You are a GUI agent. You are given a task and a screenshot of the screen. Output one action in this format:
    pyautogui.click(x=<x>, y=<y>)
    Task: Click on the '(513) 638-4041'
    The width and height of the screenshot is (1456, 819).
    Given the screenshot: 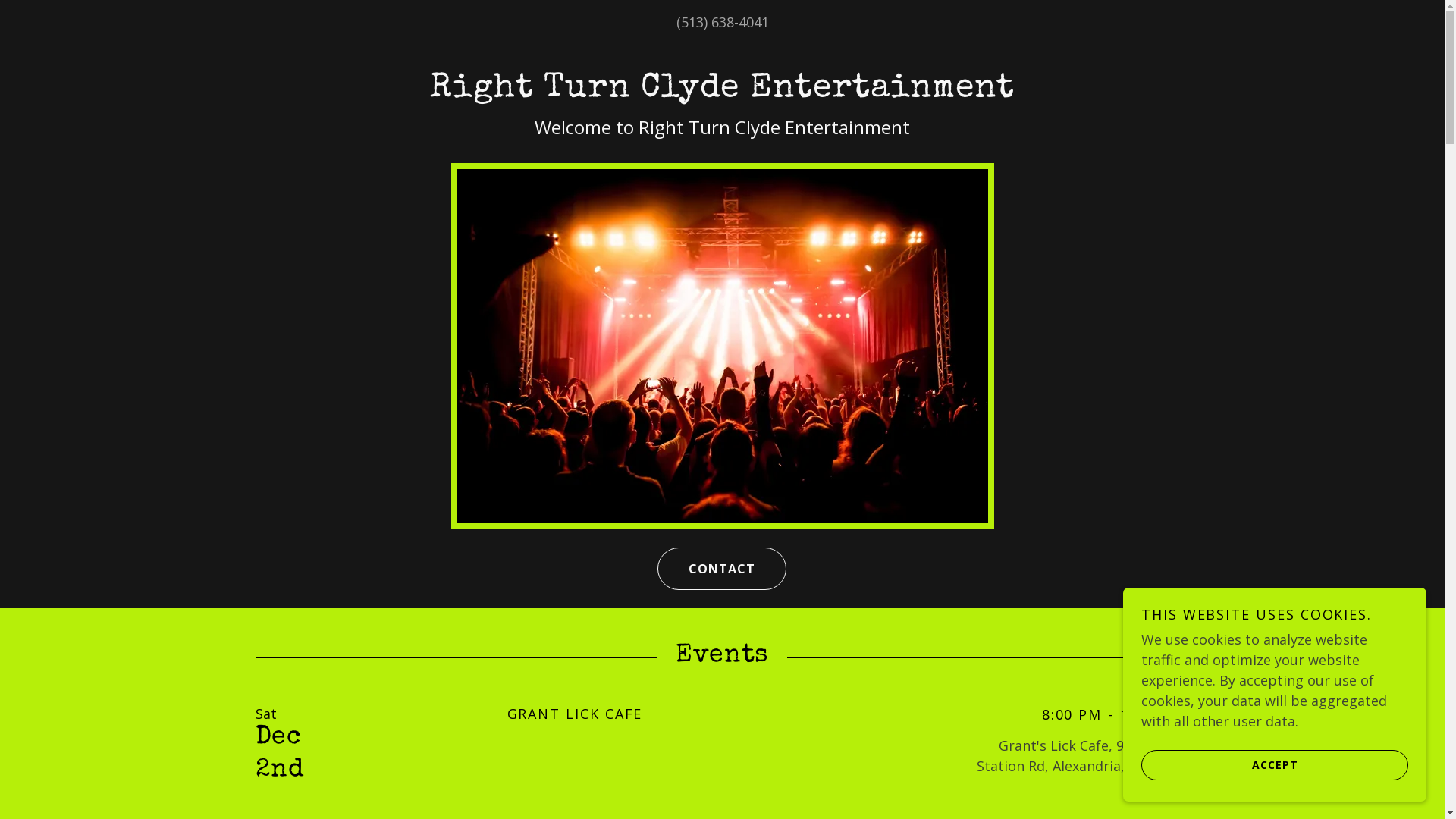 What is the action you would take?
    pyautogui.click(x=722, y=22)
    